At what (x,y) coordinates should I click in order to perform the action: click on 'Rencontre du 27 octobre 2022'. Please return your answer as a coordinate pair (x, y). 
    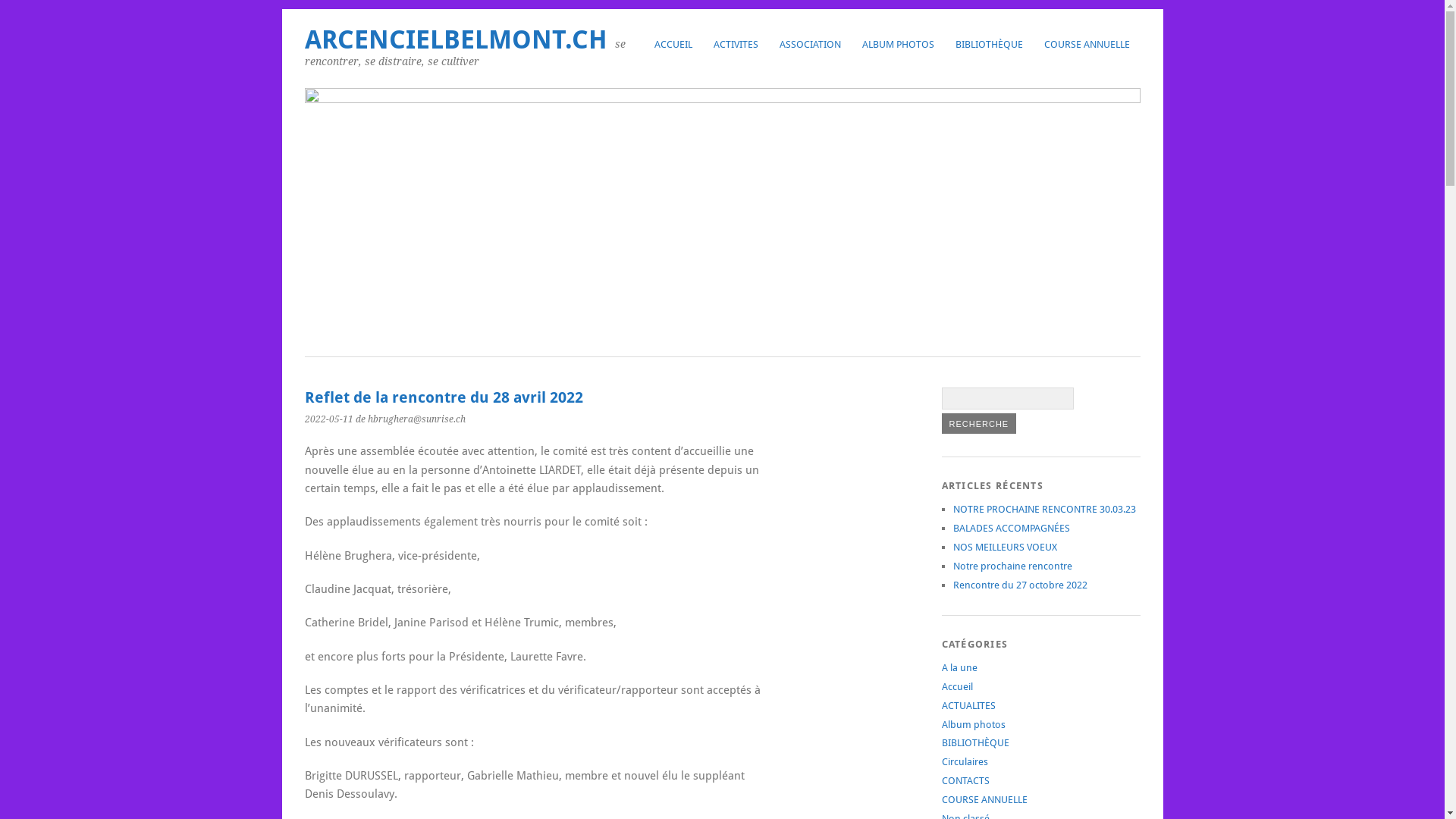
    Looking at the image, I should click on (1019, 584).